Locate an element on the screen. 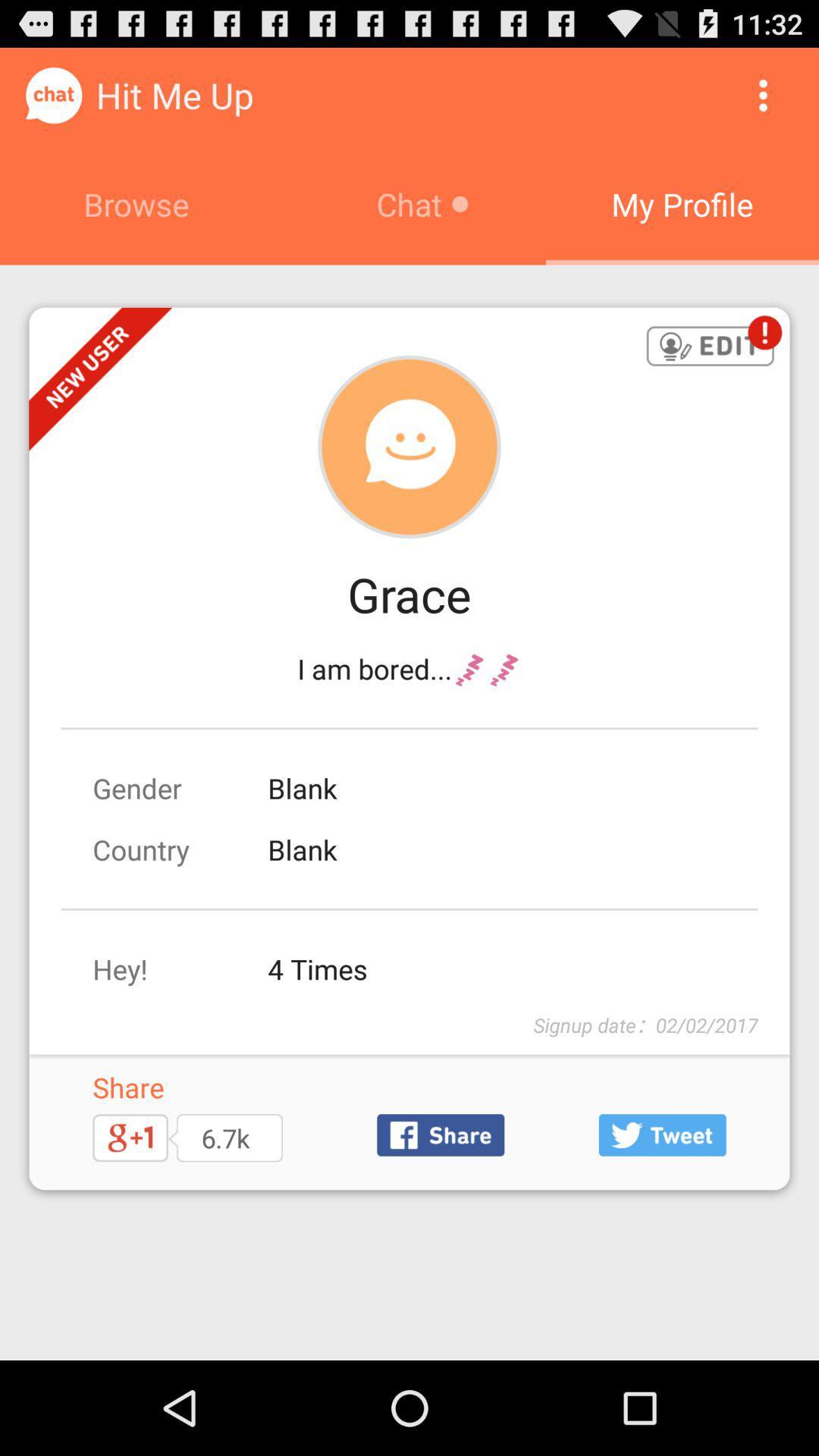 The image size is (819, 1456). the button next to browse button is located at coordinates (763, 94).